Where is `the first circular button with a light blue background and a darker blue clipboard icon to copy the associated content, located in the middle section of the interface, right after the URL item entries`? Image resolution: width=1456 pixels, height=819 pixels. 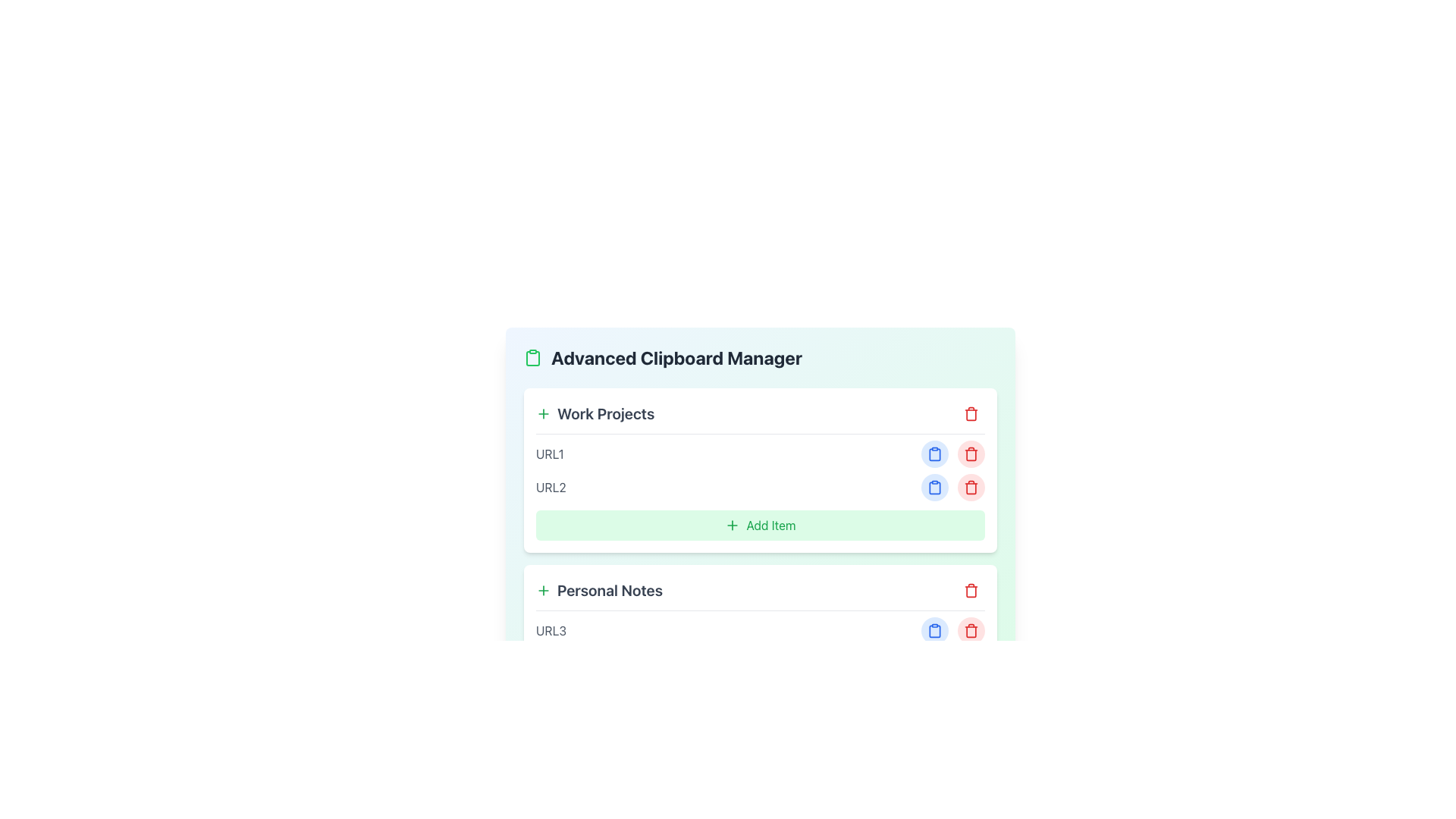
the first circular button with a light blue background and a darker blue clipboard icon to copy the associated content, located in the middle section of the interface, right after the URL item entries is located at coordinates (934, 453).